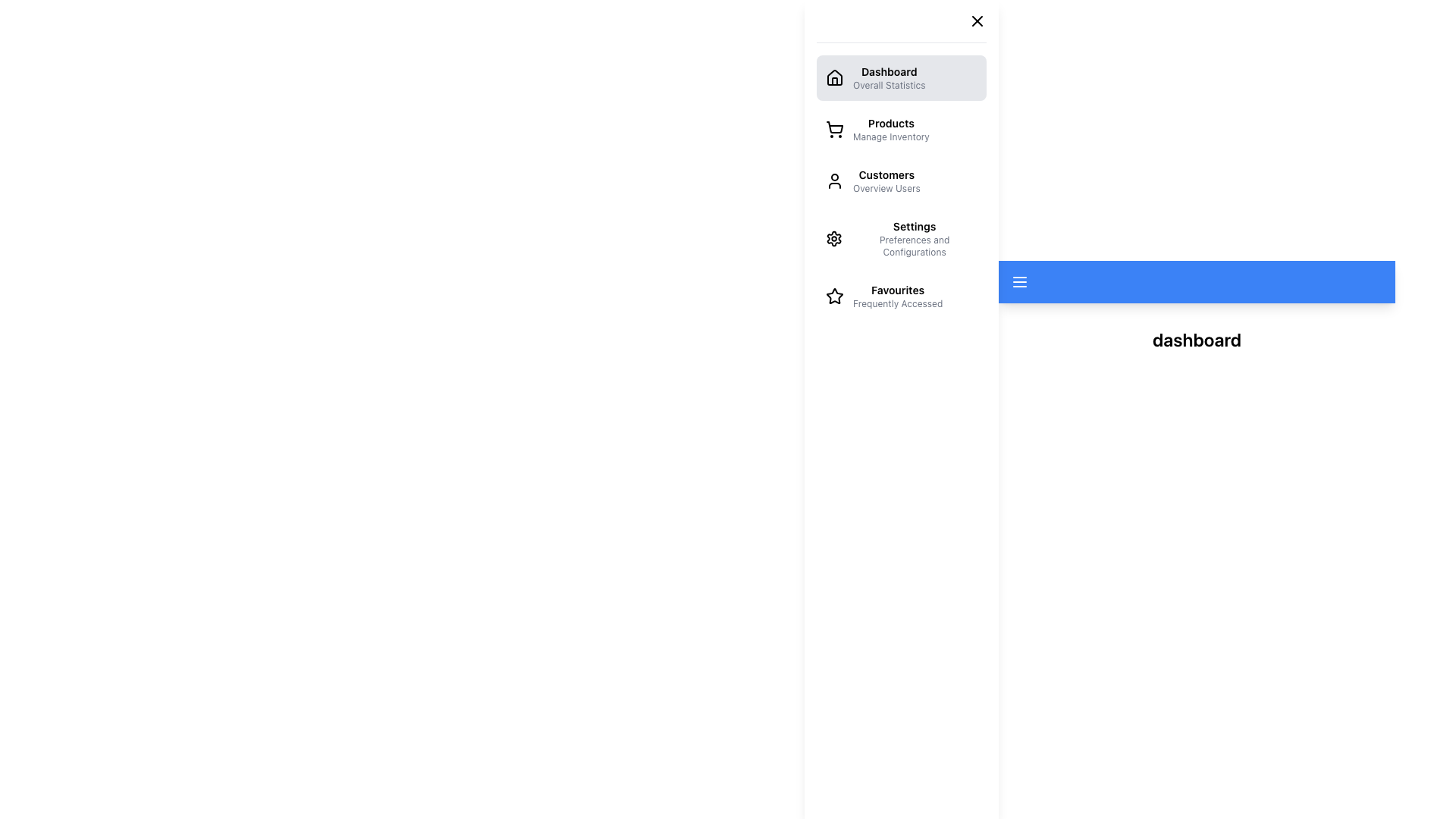 This screenshot has height=819, width=1456. I want to click on the descriptive text label for the 'Settings' section in the left sidebar navigation menu, which provides context for the 'Settings' option, so click(914, 245).